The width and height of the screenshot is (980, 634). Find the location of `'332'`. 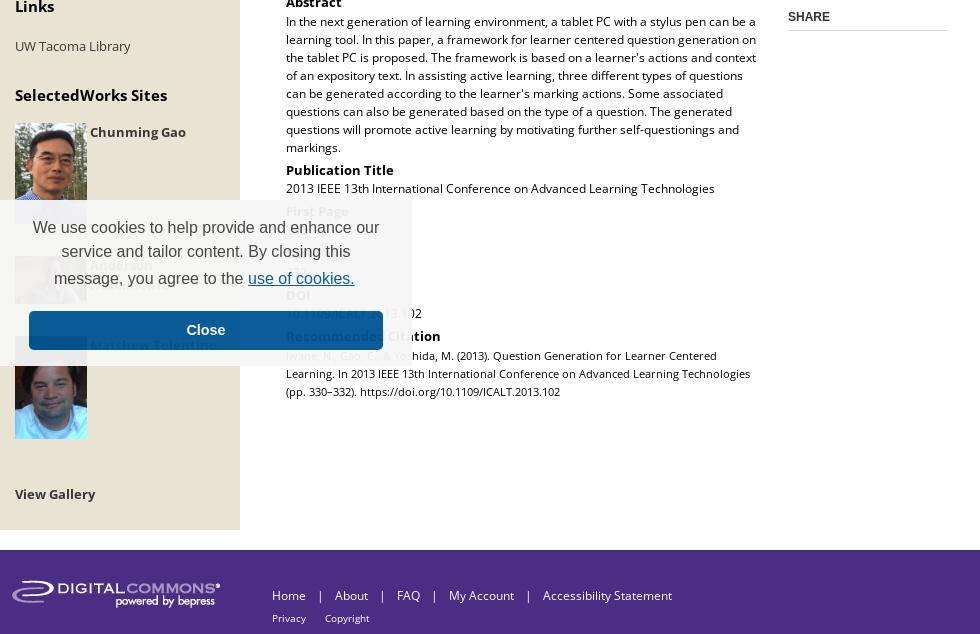

'332' is located at coordinates (296, 271).